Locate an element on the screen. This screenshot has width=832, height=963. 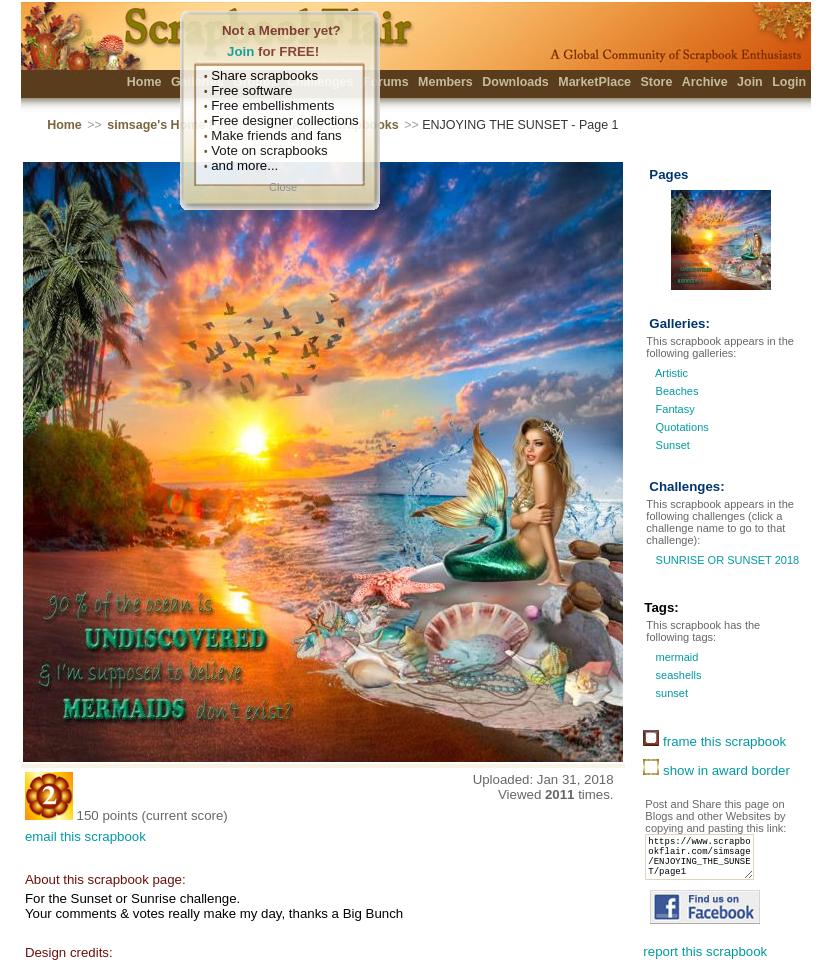
'Make friends and fans' is located at coordinates (272, 135).